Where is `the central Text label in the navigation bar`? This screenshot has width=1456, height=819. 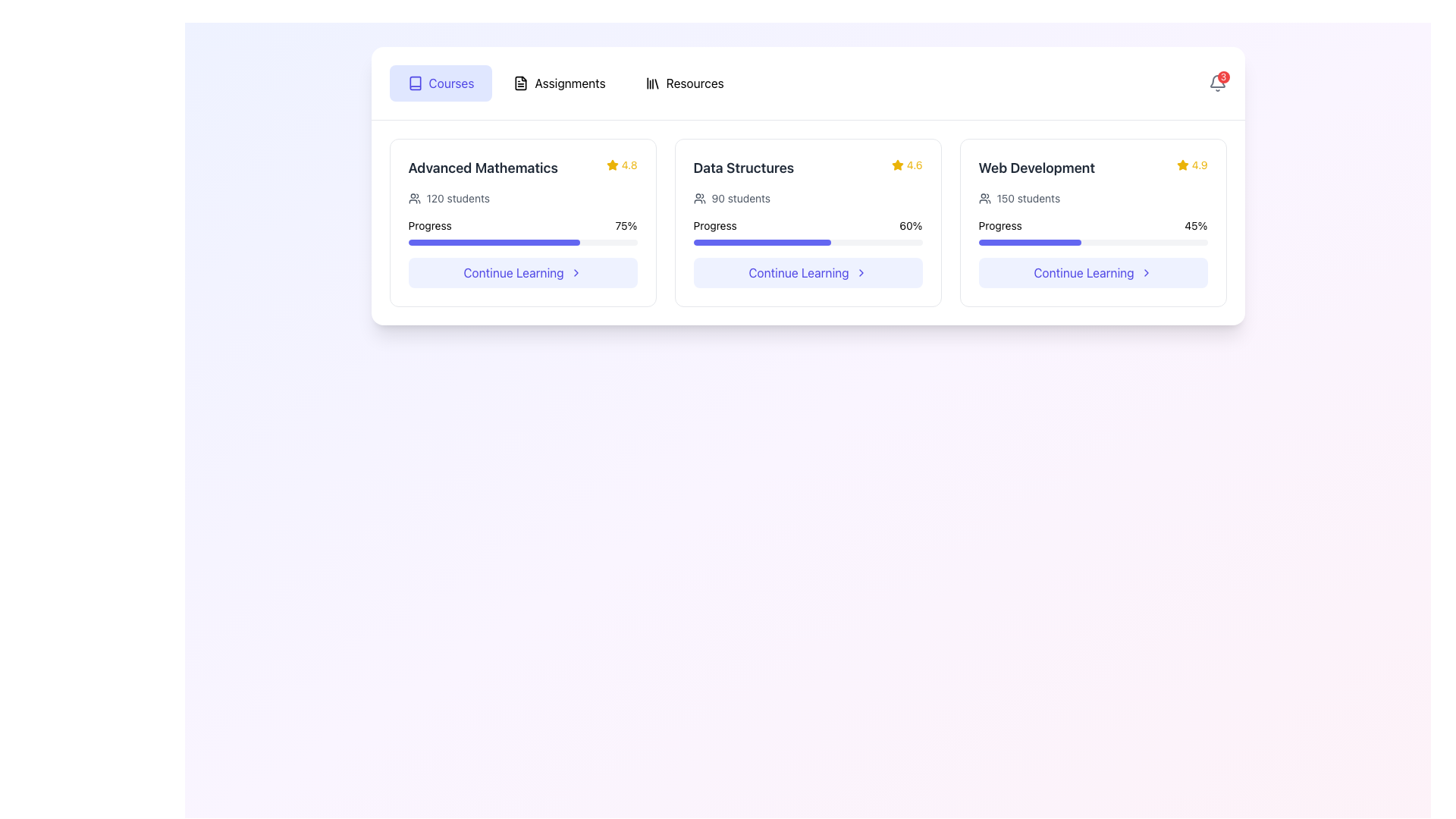 the central Text label in the navigation bar is located at coordinates (570, 83).